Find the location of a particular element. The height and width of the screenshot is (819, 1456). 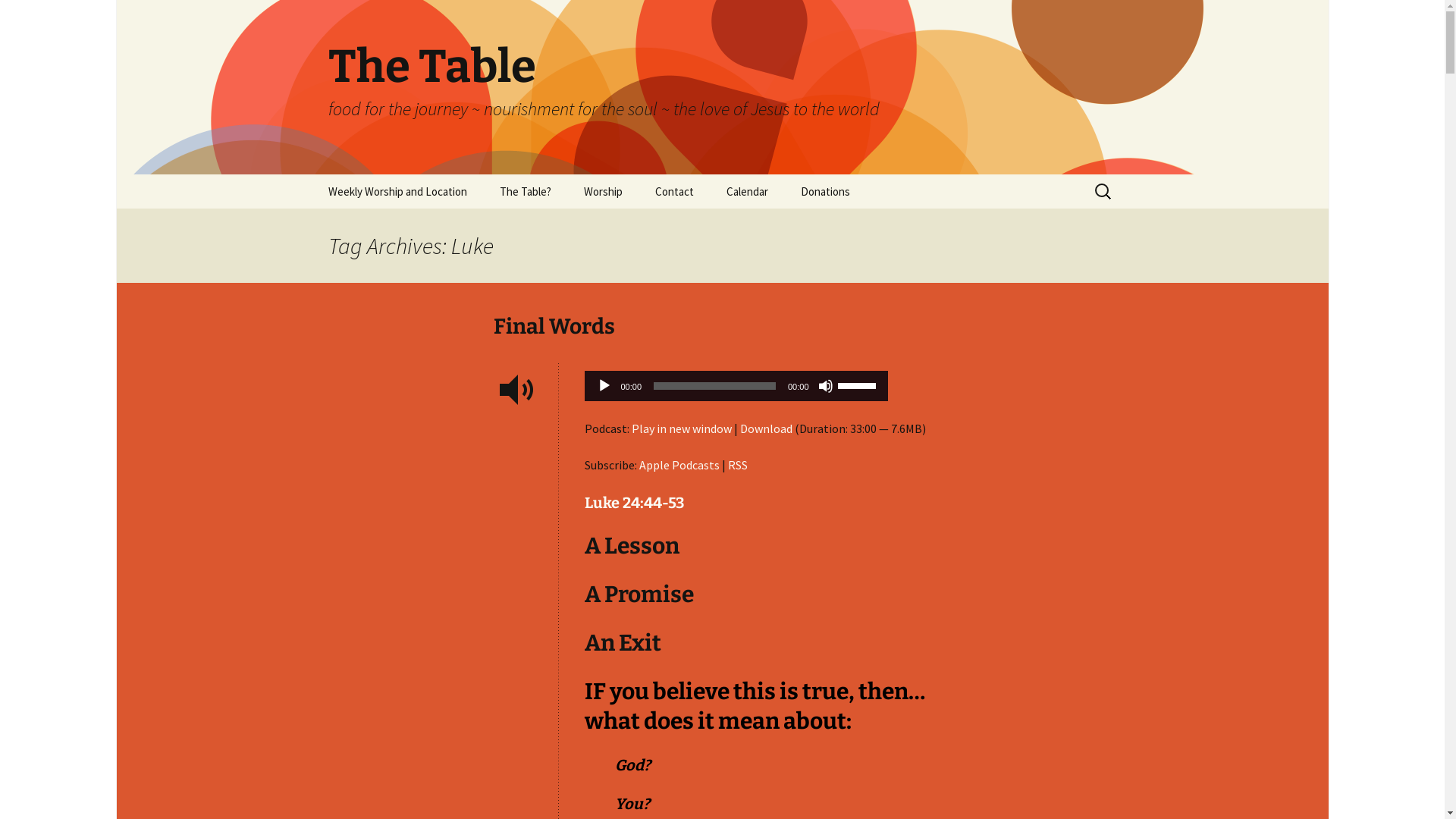

'Mute' is located at coordinates (824, 385).